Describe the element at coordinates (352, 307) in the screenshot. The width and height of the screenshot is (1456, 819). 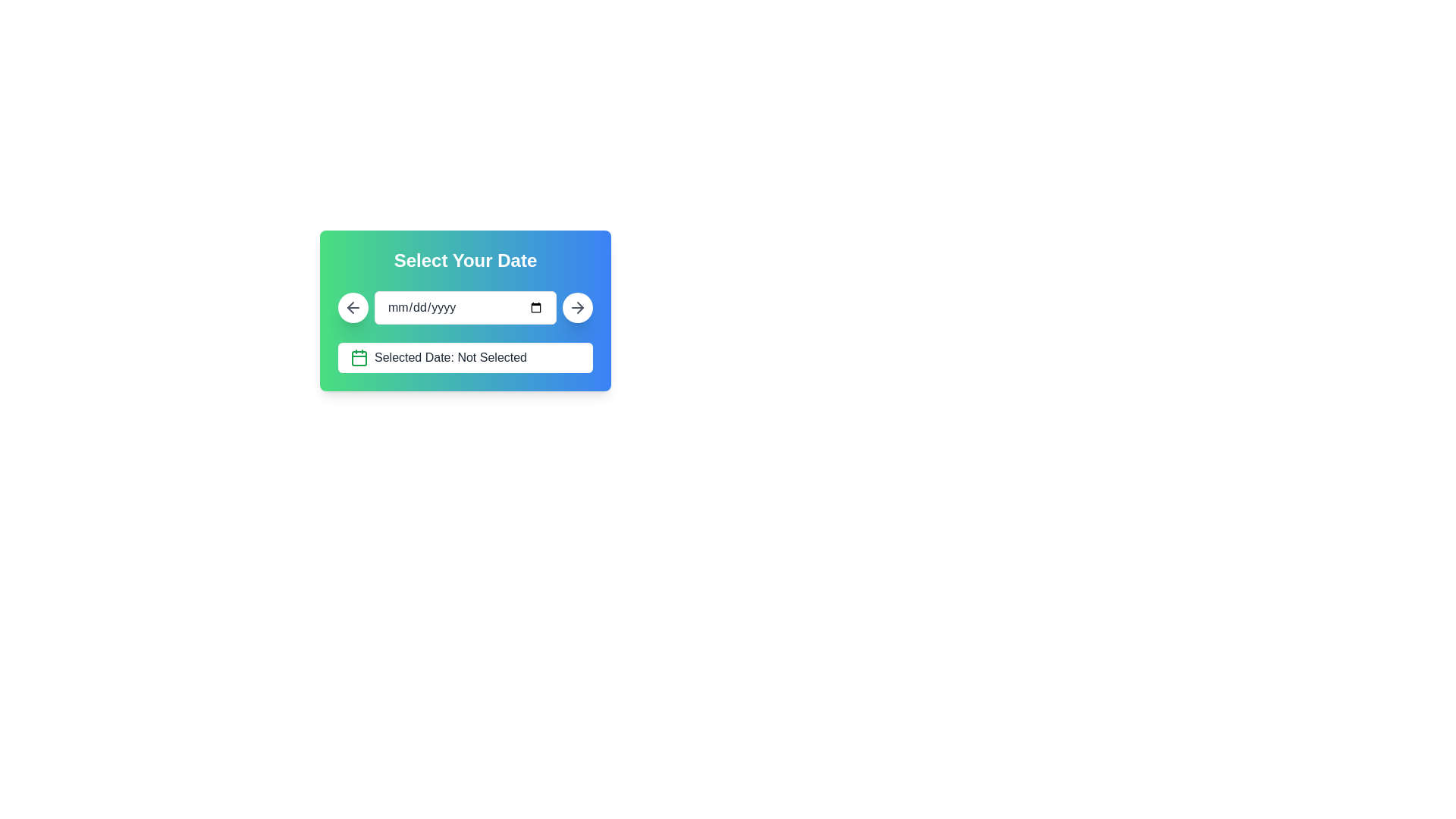
I see `the circular back or cancel button located on the left side of the date input field` at that location.